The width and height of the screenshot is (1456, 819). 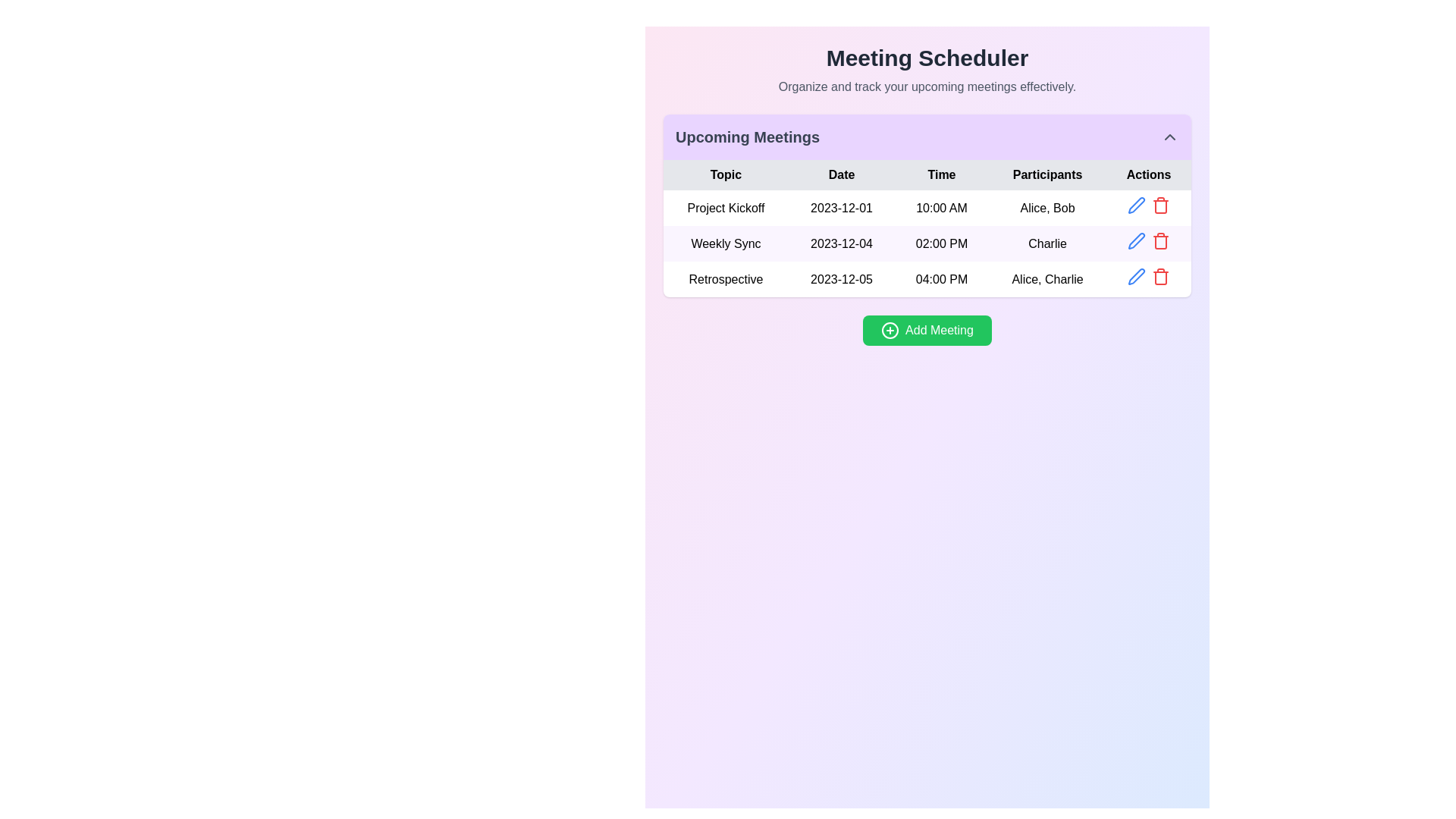 What do you see at coordinates (1046, 279) in the screenshot?
I see `the text element displaying 'Alice, Charlie' in the 'Participants' column of the 'Retrospective' row in the table under 'Upcoming Meetings'` at bounding box center [1046, 279].